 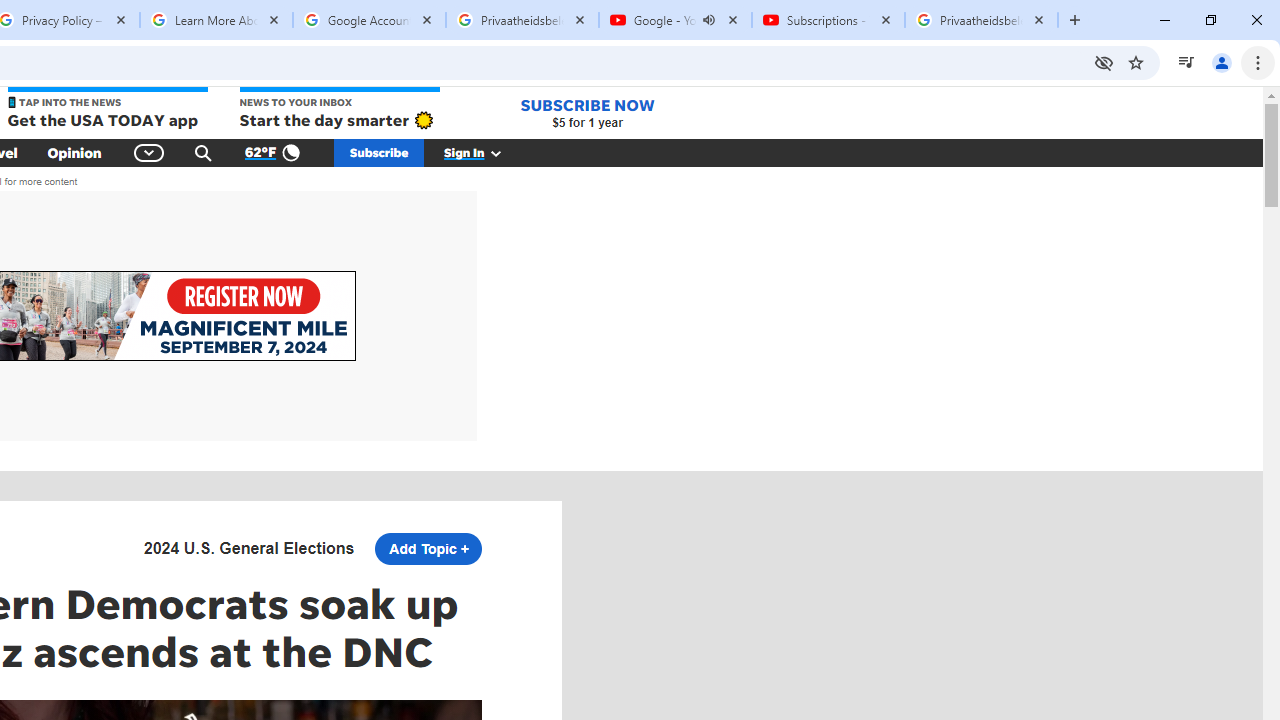 What do you see at coordinates (148, 152) in the screenshot?
I see `'Global Navigation'` at bounding box center [148, 152].